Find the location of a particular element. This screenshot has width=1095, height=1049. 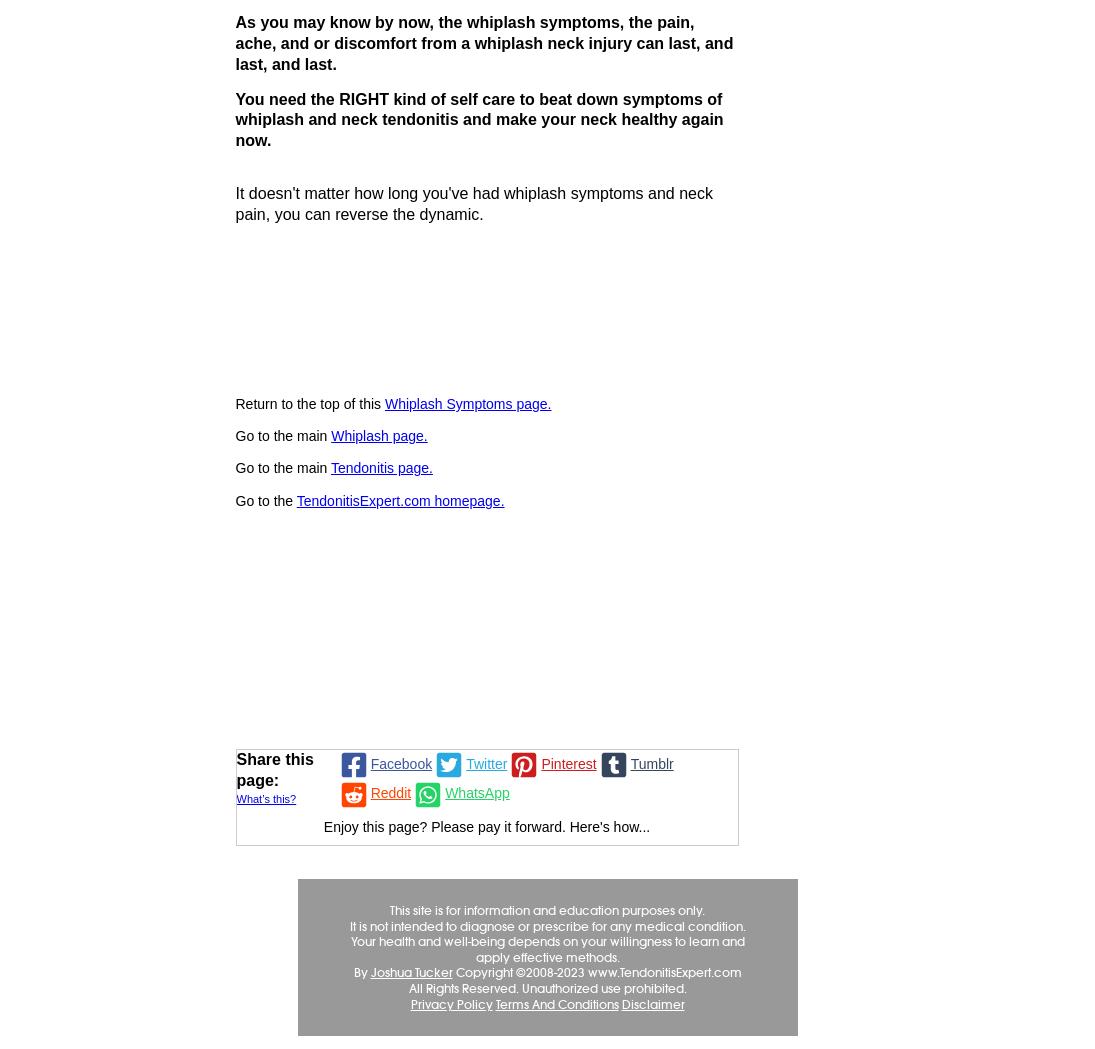

'TendonitisExpert.com homepage.' is located at coordinates (399, 498).